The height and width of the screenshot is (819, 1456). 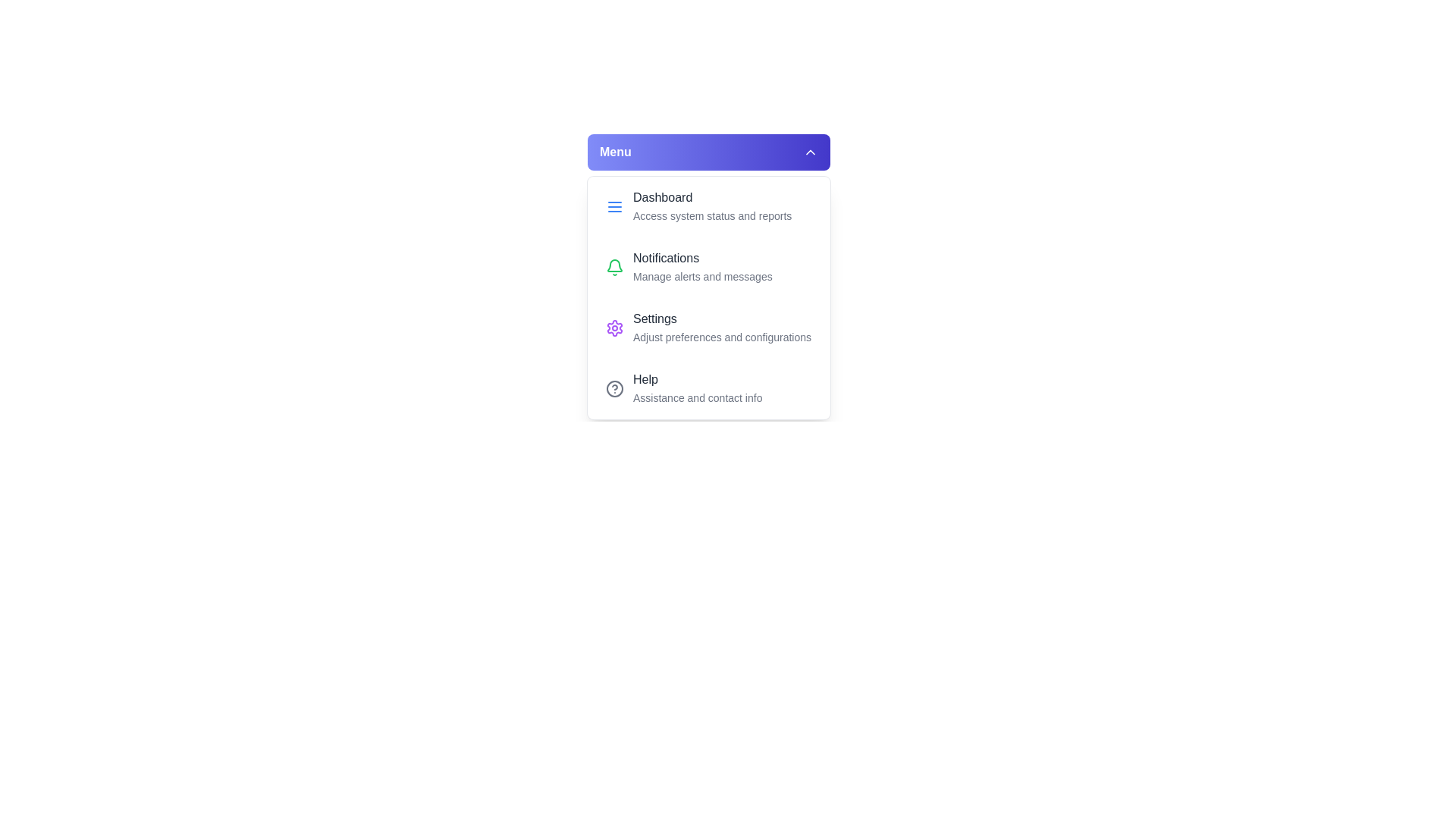 I want to click on the first menu item in the dropdown below the 'Menu' header, so click(x=708, y=207).